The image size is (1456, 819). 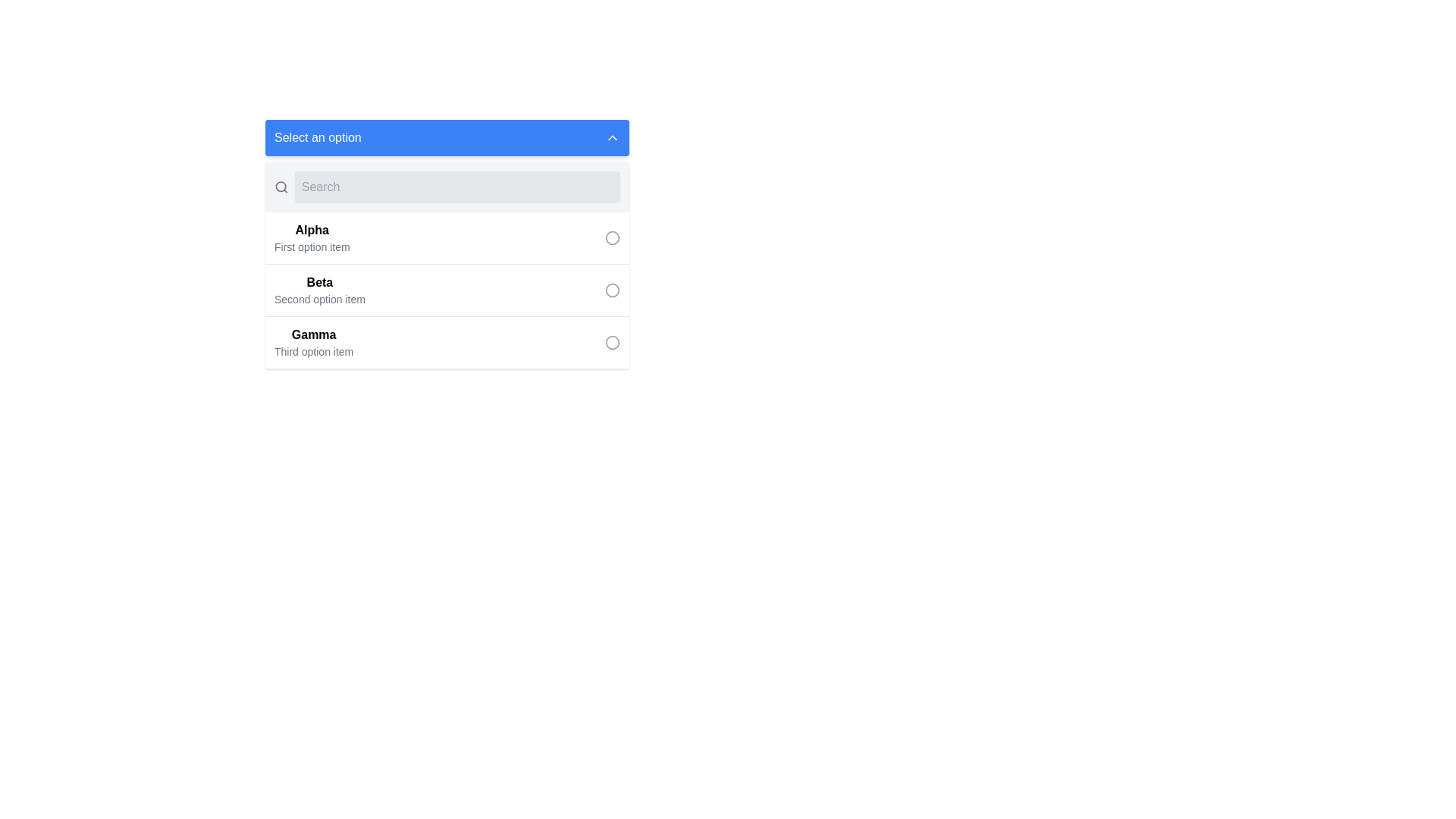 What do you see at coordinates (447, 238) in the screenshot?
I see `the List Item with Icon element labeled 'Alpha'` at bounding box center [447, 238].